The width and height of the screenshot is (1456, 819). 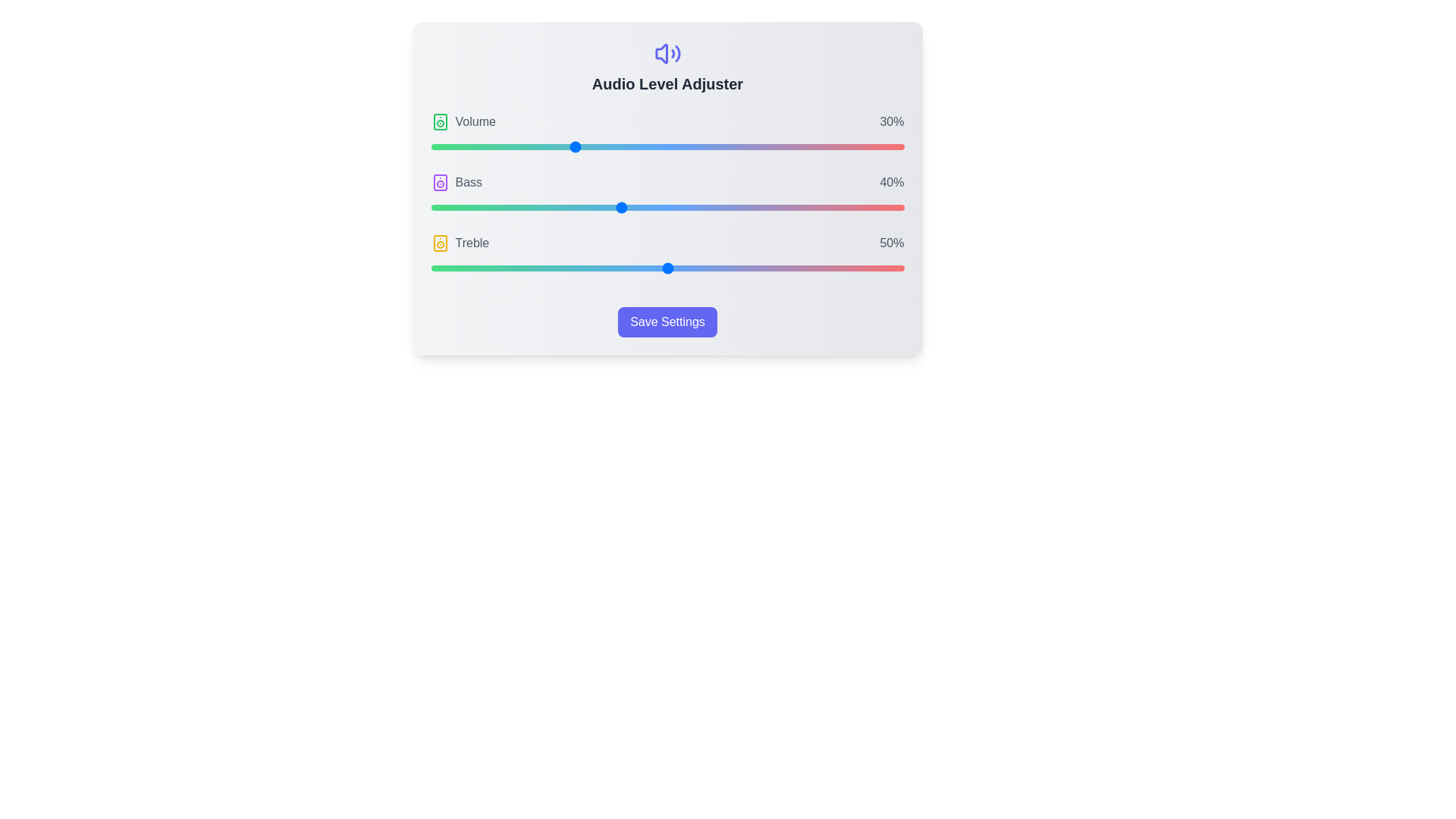 What do you see at coordinates (667, 207) in the screenshot?
I see `the Bass slider to 50%` at bounding box center [667, 207].